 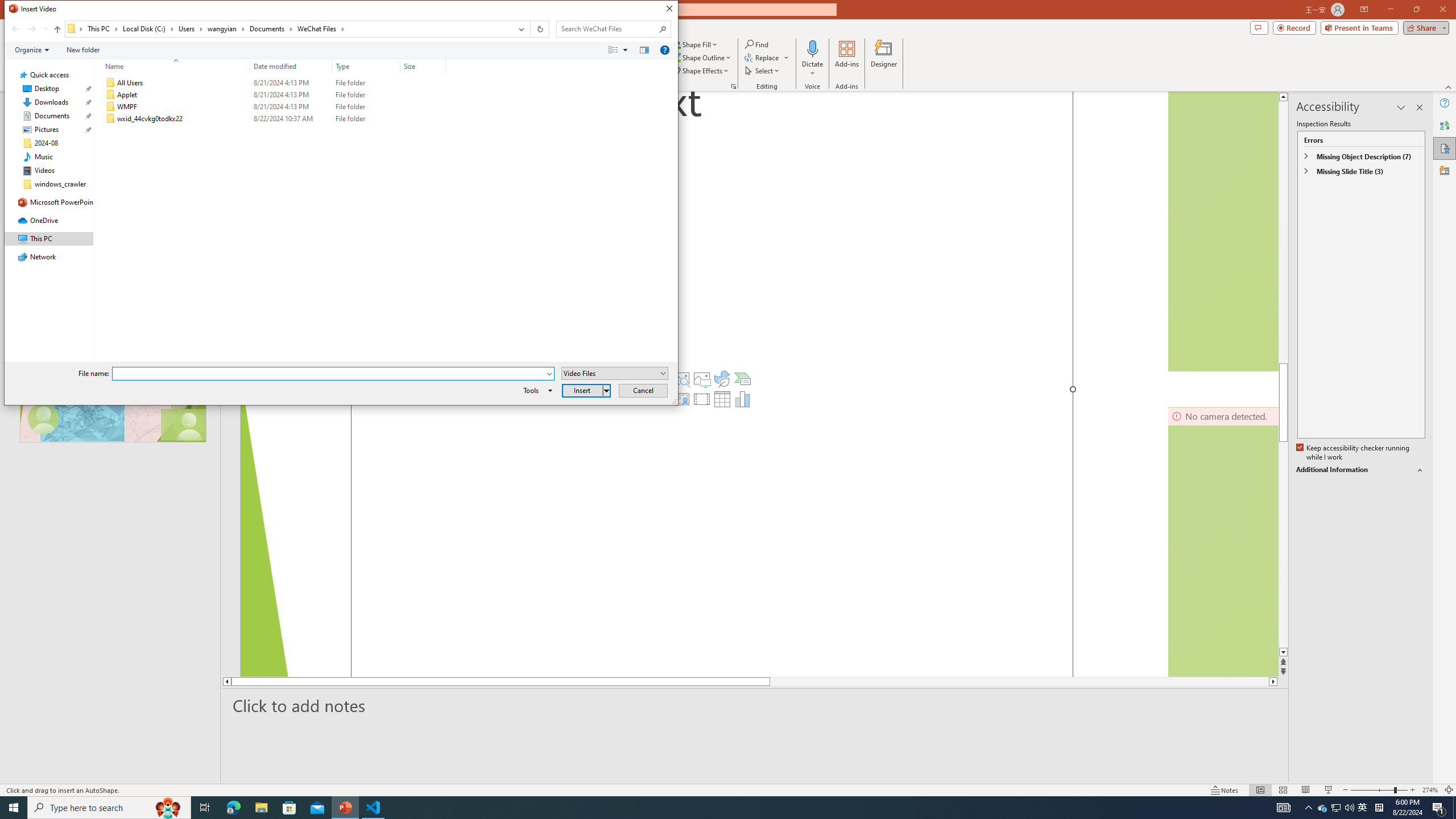 I want to click on 'Preview pane', so click(x=644, y=49).